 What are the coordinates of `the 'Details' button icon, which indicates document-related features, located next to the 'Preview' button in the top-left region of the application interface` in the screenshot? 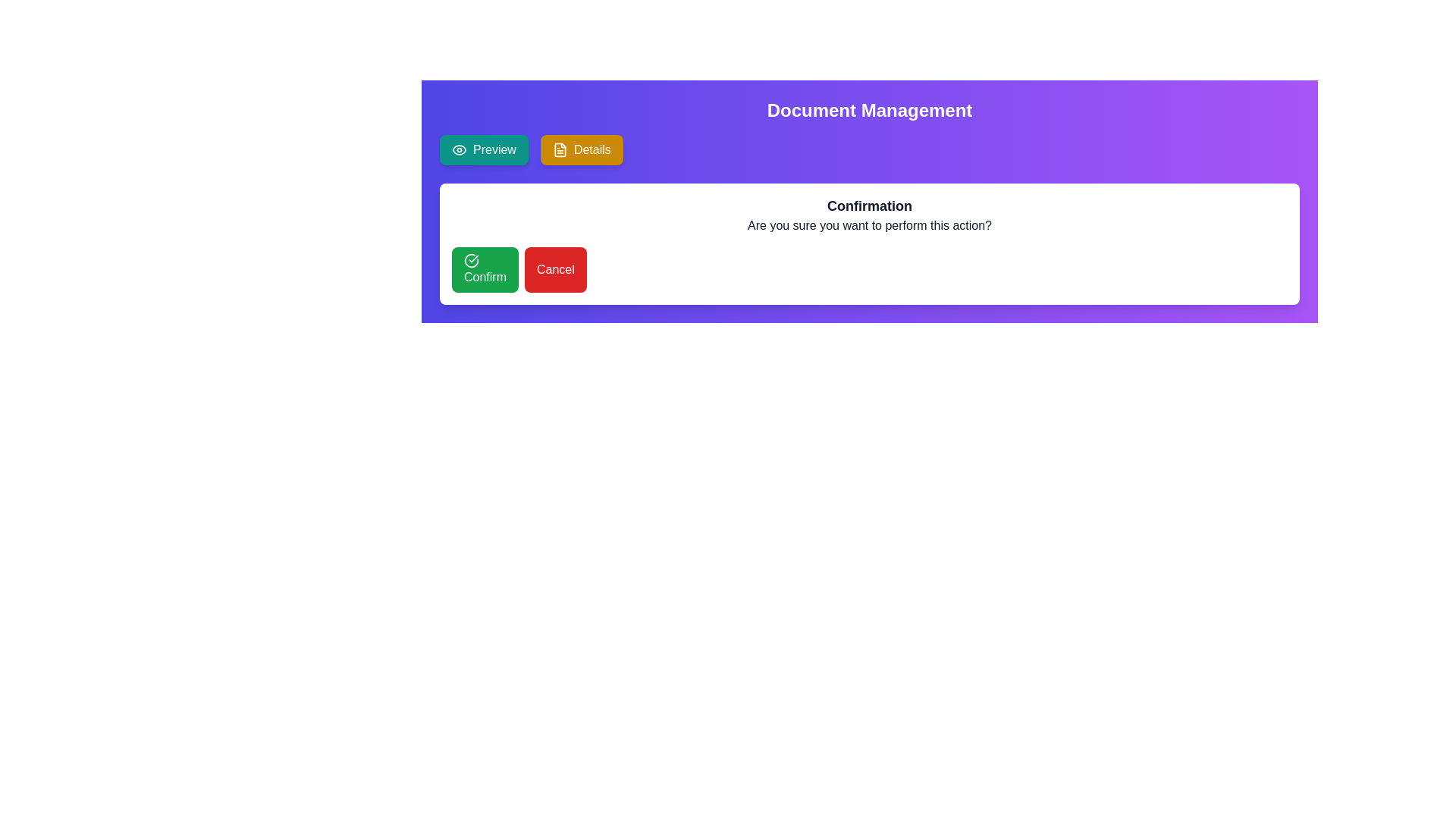 It's located at (559, 149).